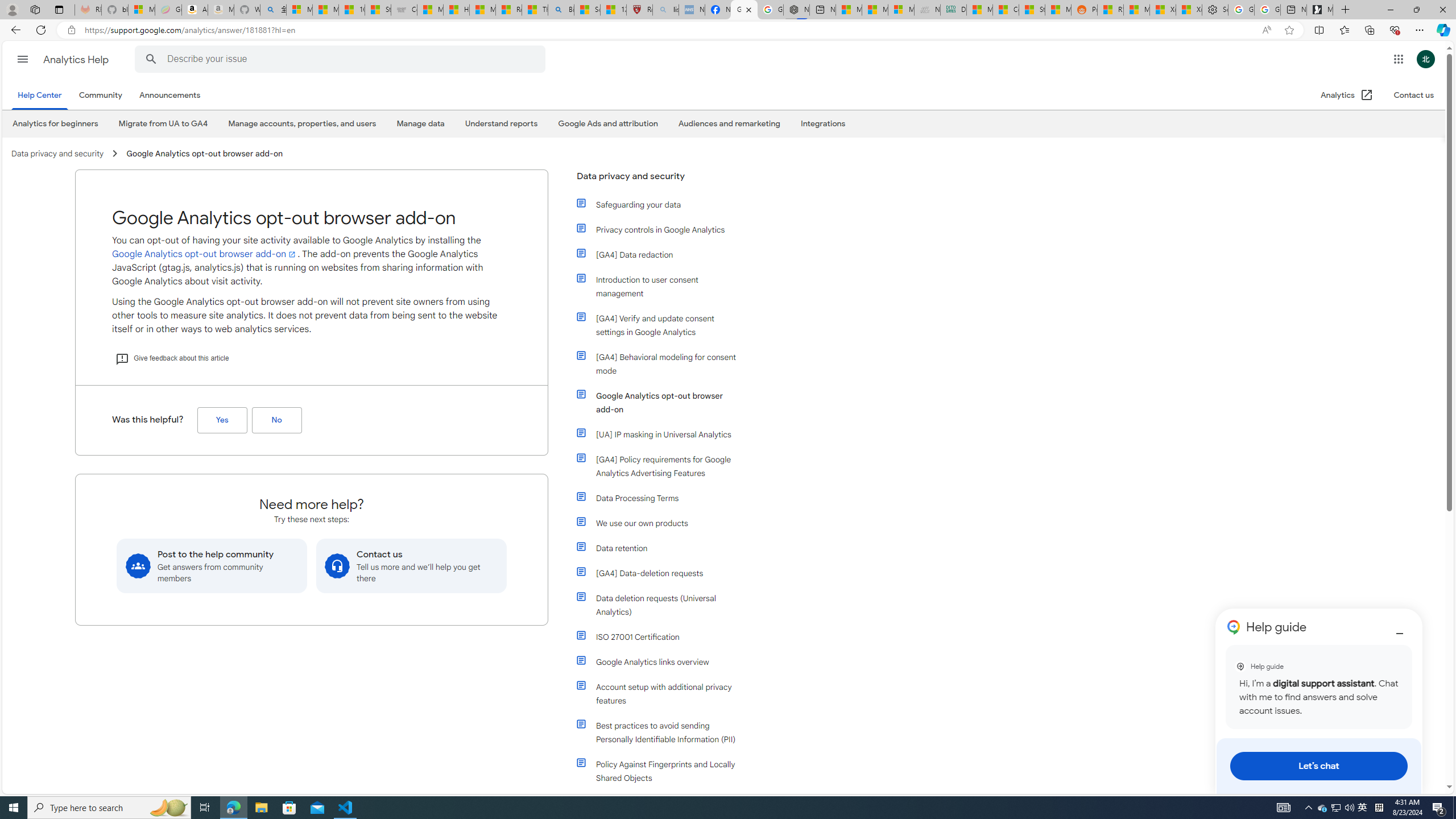 Image resolution: width=1456 pixels, height=819 pixels. Describe the element at coordinates (658, 402) in the screenshot. I see `'Google Analytics opt-out browser add-on'` at that location.